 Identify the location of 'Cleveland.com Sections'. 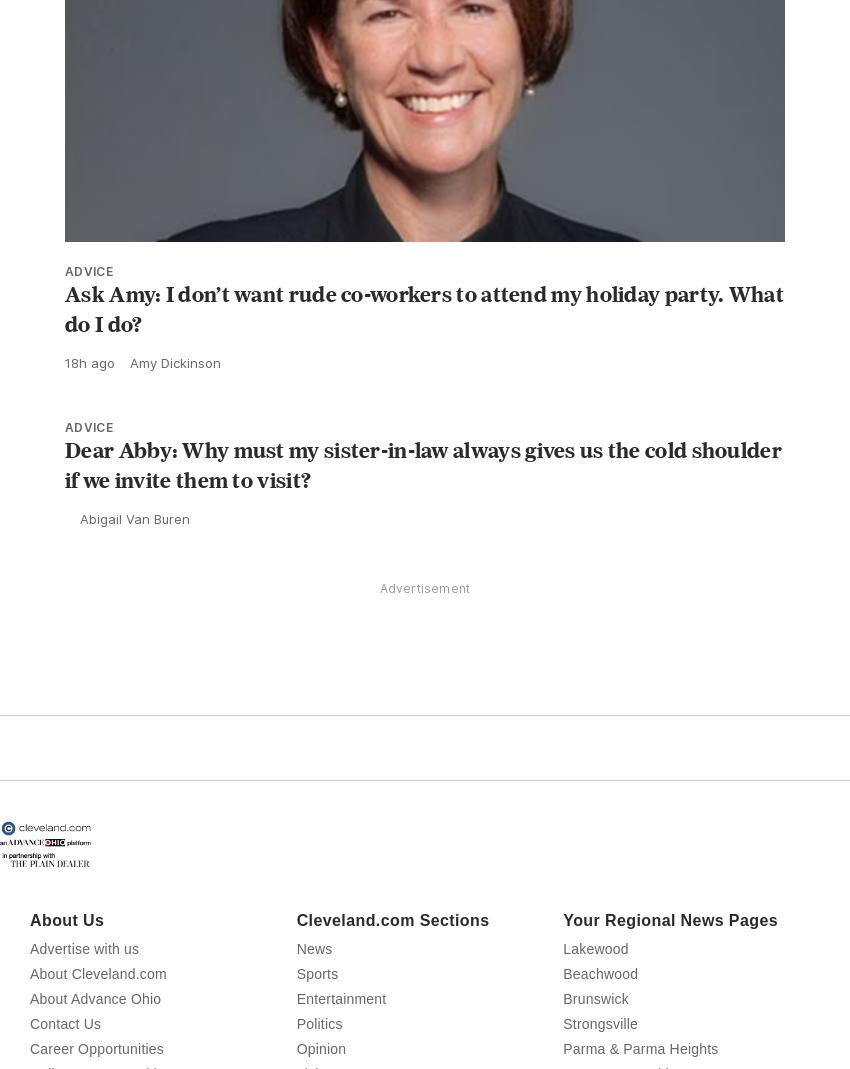
(392, 964).